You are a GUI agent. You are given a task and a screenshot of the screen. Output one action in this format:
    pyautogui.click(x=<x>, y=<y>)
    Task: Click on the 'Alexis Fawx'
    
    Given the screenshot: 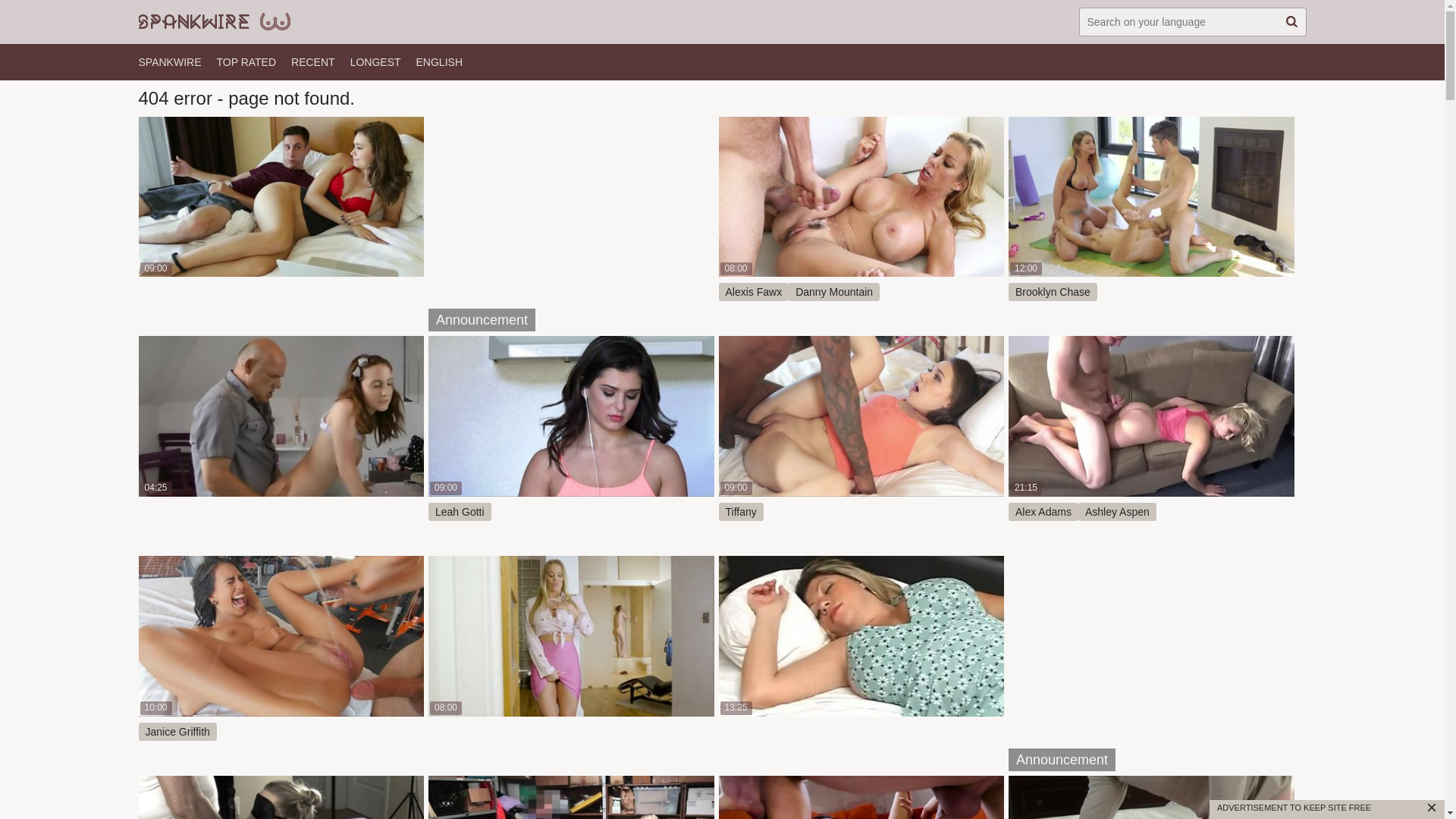 What is the action you would take?
    pyautogui.click(x=754, y=292)
    